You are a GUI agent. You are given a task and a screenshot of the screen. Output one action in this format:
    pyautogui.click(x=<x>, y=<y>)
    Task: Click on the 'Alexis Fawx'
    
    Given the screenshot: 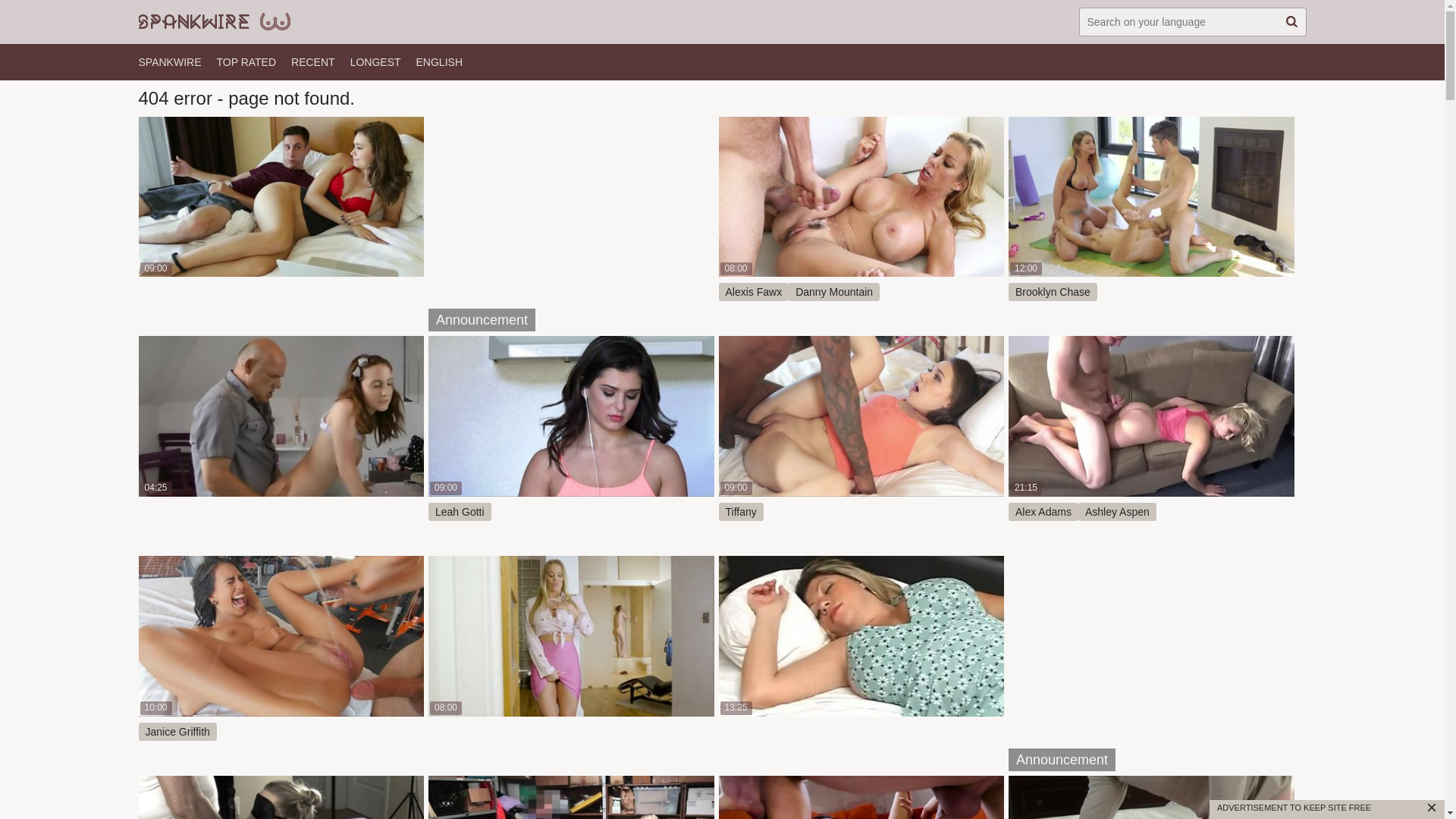 What is the action you would take?
    pyautogui.click(x=754, y=292)
    